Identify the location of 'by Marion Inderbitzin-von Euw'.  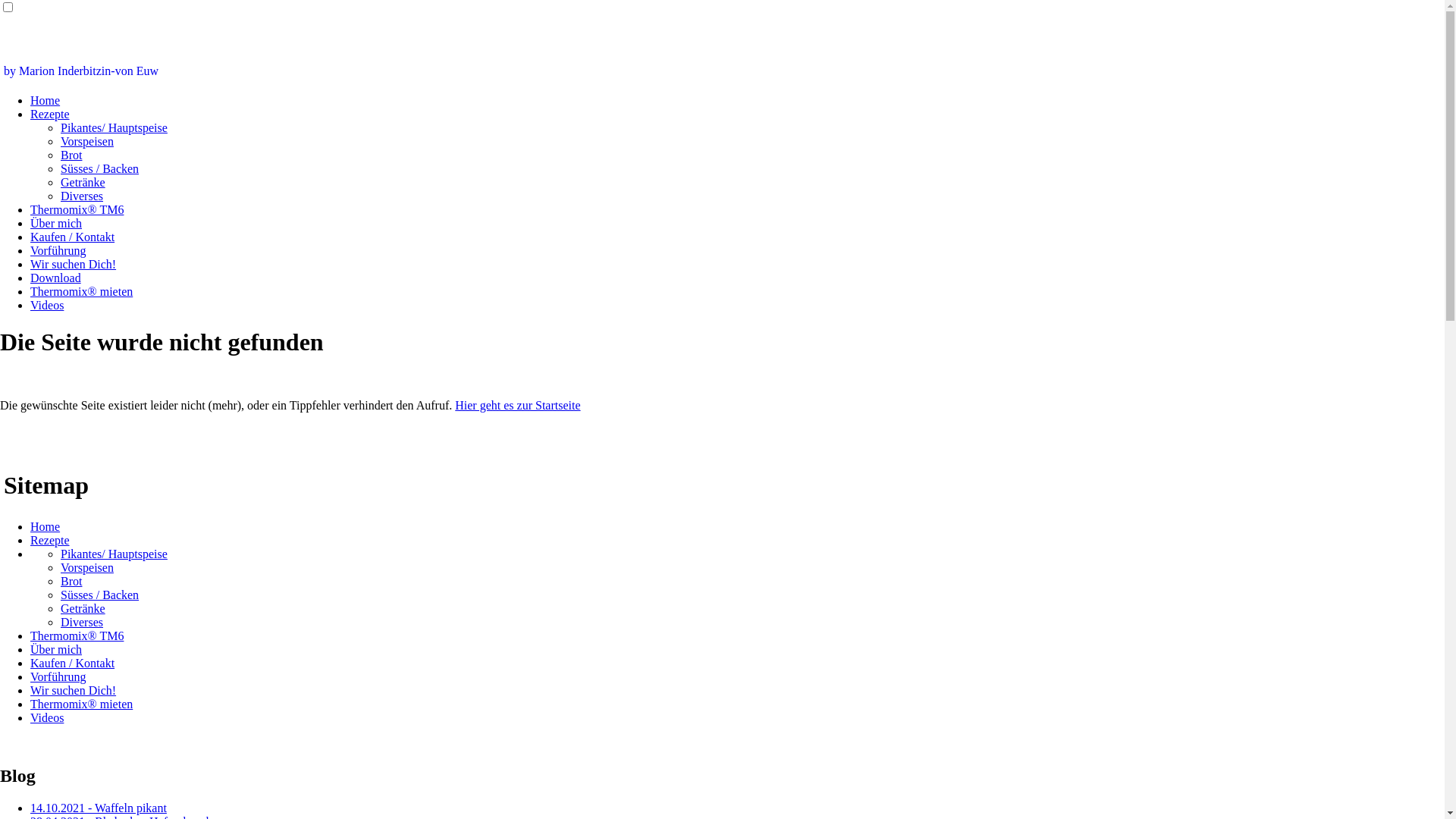
(3, 71).